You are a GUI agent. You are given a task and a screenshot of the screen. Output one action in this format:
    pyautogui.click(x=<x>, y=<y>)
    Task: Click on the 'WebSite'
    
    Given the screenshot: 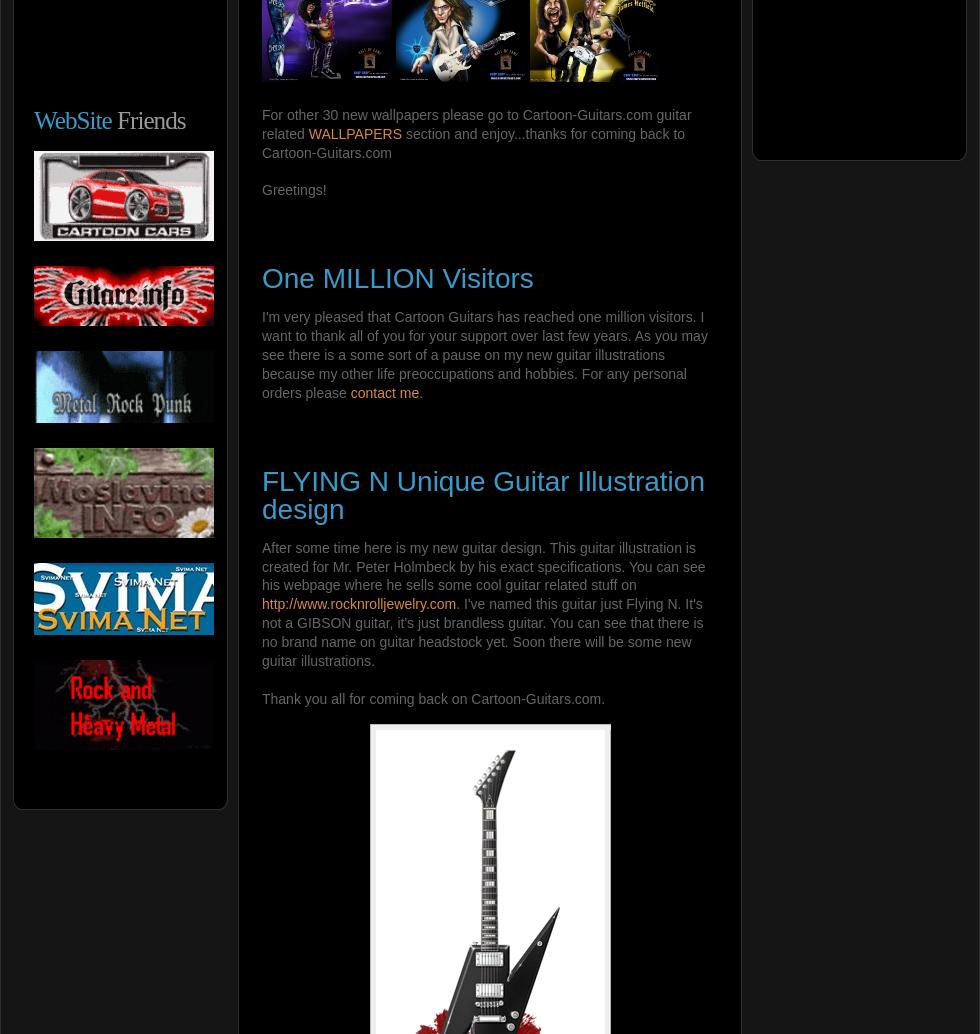 What is the action you would take?
    pyautogui.click(x=72, y=120)
    